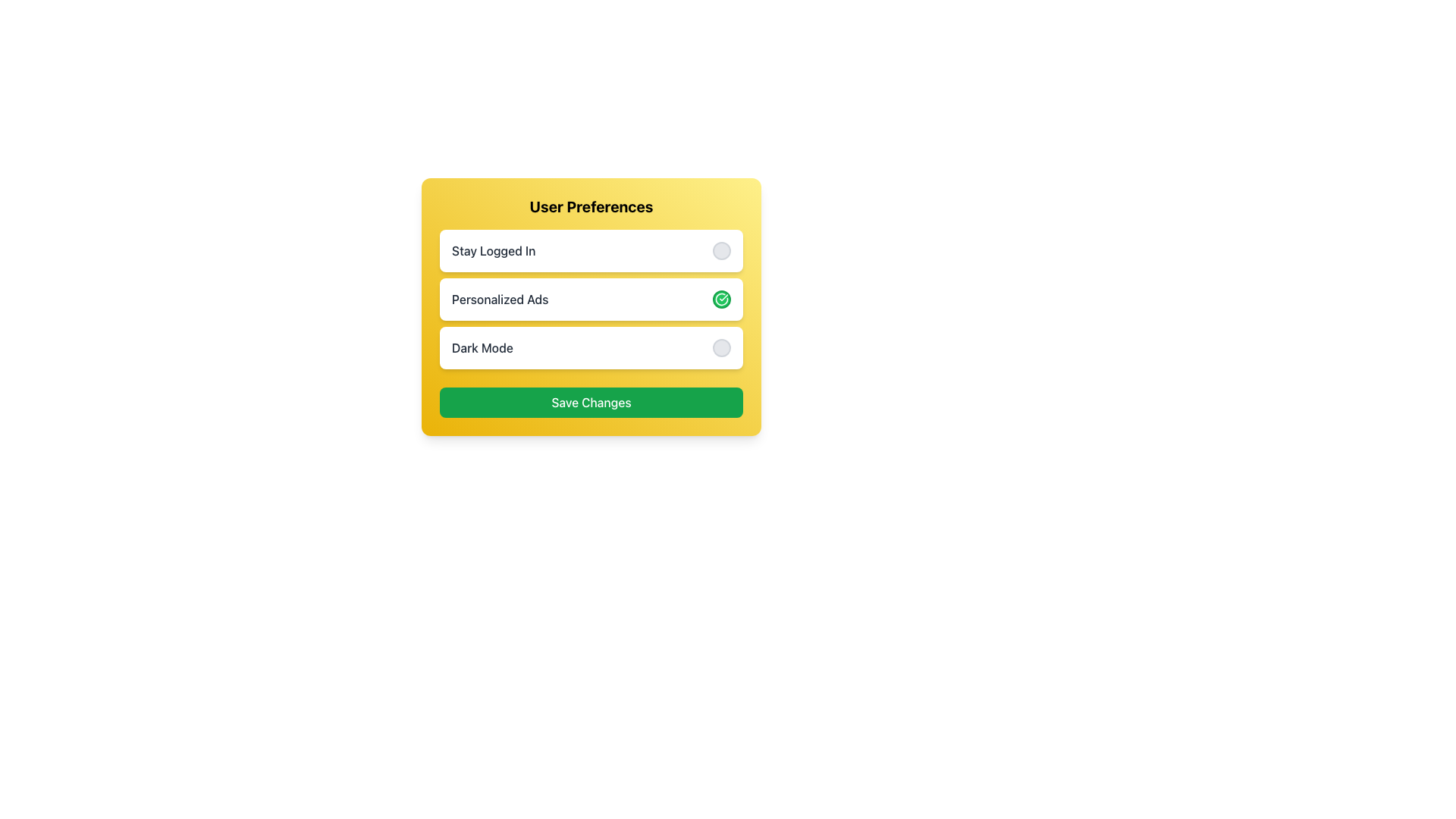 Image resolution: width=1456 pixels, height=819 pixels. What do you see at coordinates (590, 402) in the screenshot?
I see `the confirmation button located at the bottom of the 'User Preferences' card` at bounding box center [590, 402].